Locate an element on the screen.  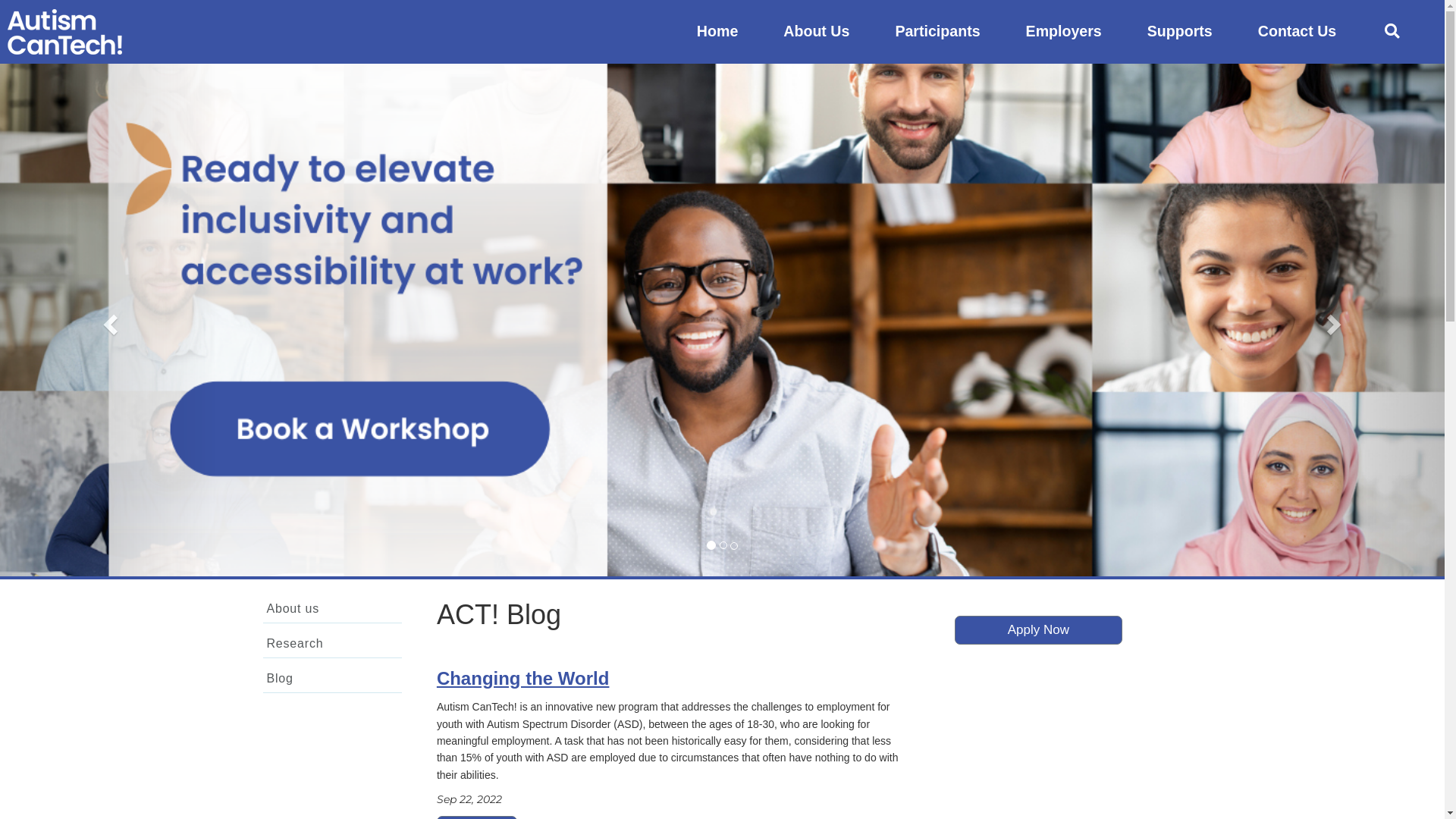
'Supports' is located at coordinates (1178, 32).